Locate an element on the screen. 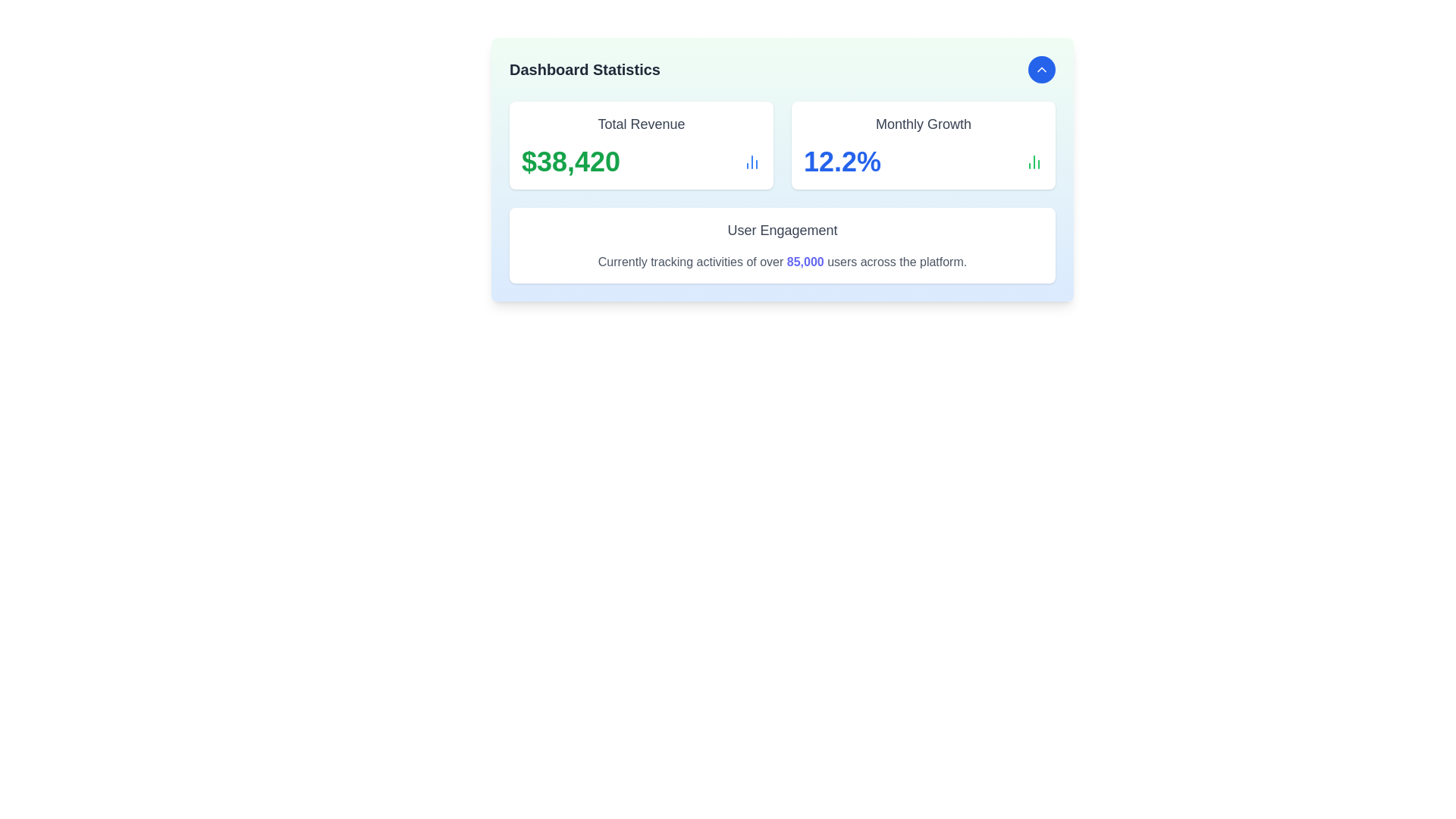 This screenshot has width=1456, height=819. the Text display showing the percentage value in the top-right section of the 'Monthly Growth' card module is located at coordinates (842, 162).